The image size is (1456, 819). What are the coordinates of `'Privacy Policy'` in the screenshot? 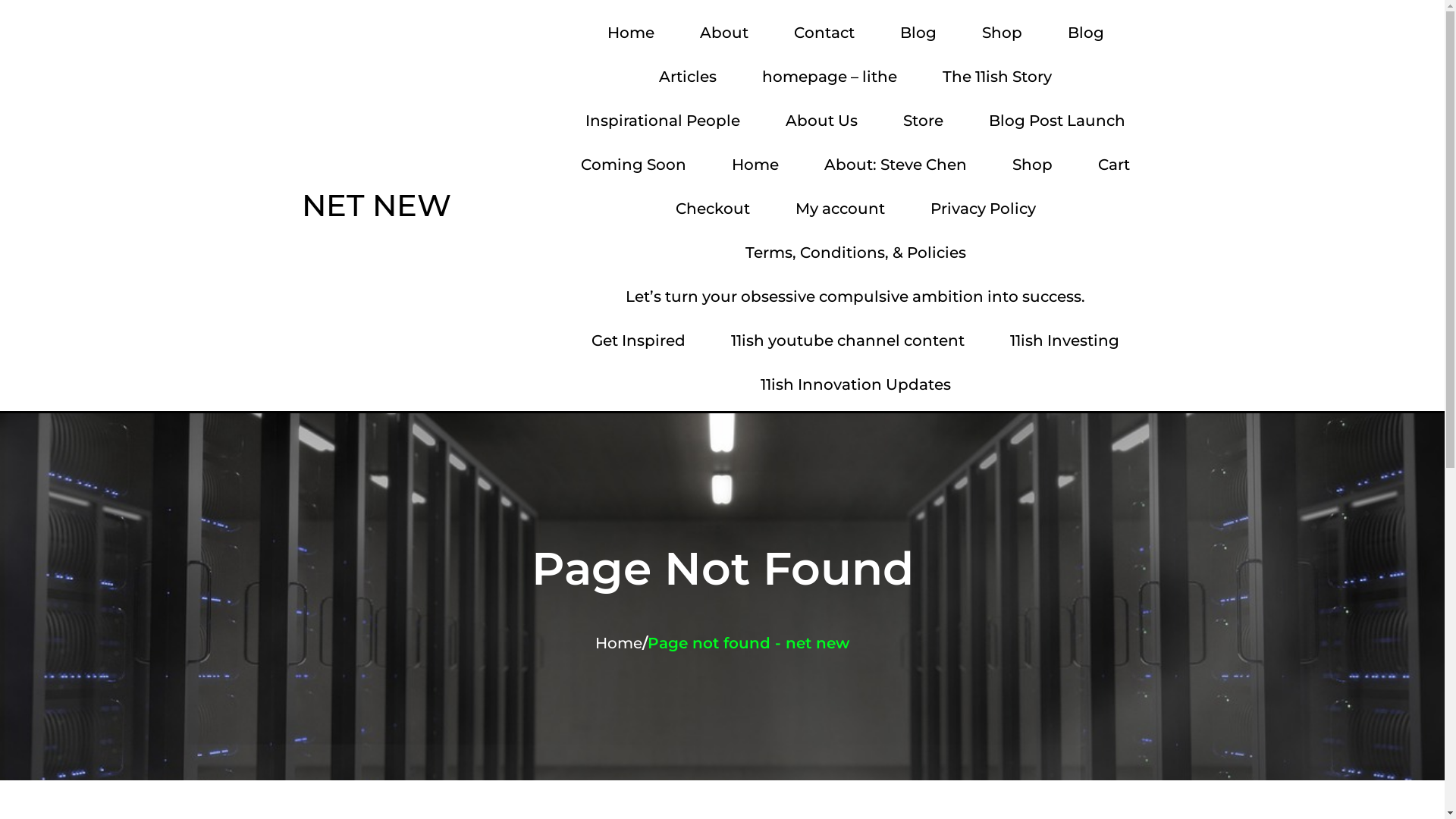 It's located at (983, 208).